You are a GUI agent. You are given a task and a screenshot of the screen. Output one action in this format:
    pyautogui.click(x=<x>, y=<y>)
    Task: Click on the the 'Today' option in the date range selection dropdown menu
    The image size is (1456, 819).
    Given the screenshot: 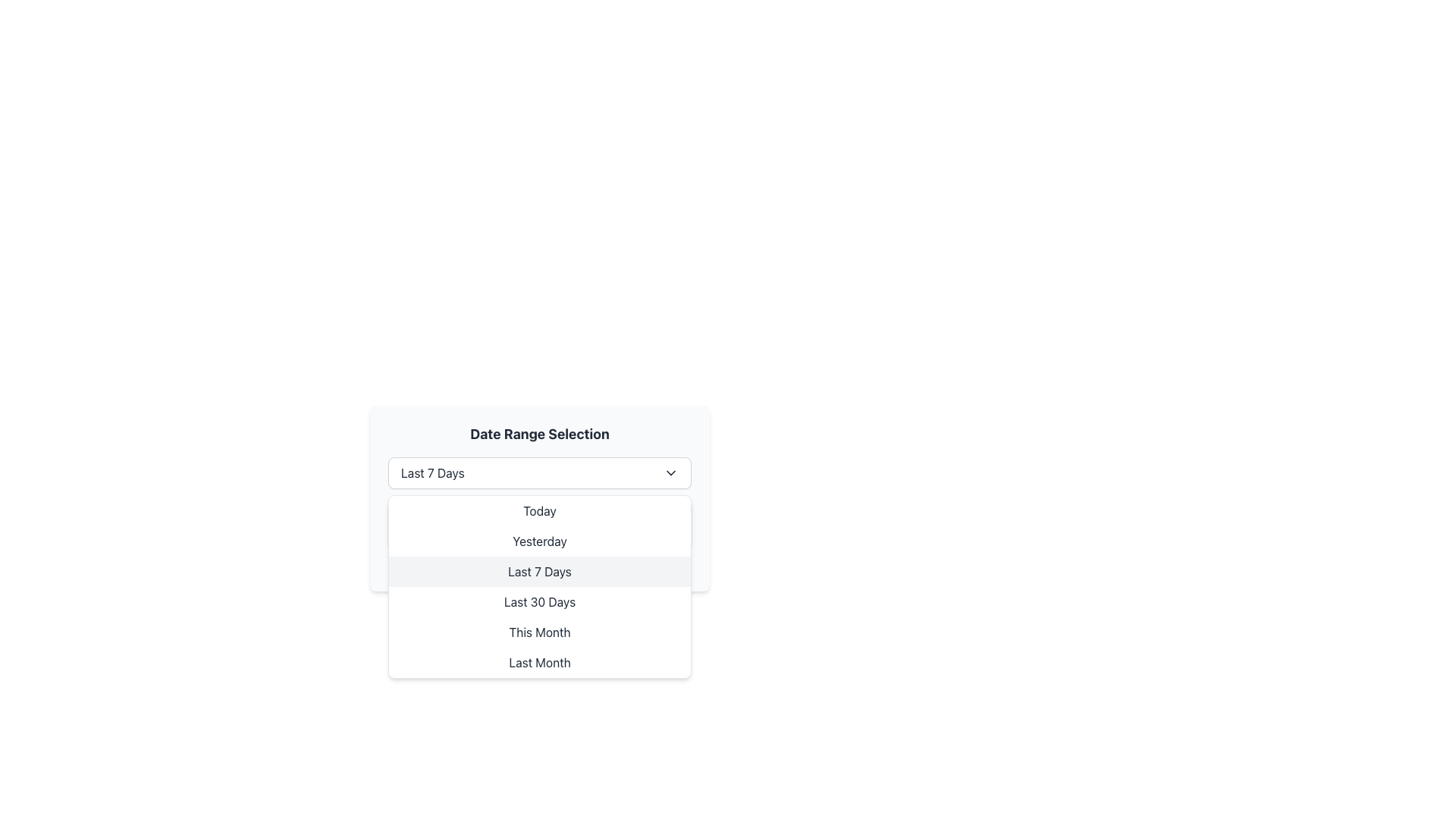 What is the action you would take?
    pyautogui.click(x=539, y=511)
    